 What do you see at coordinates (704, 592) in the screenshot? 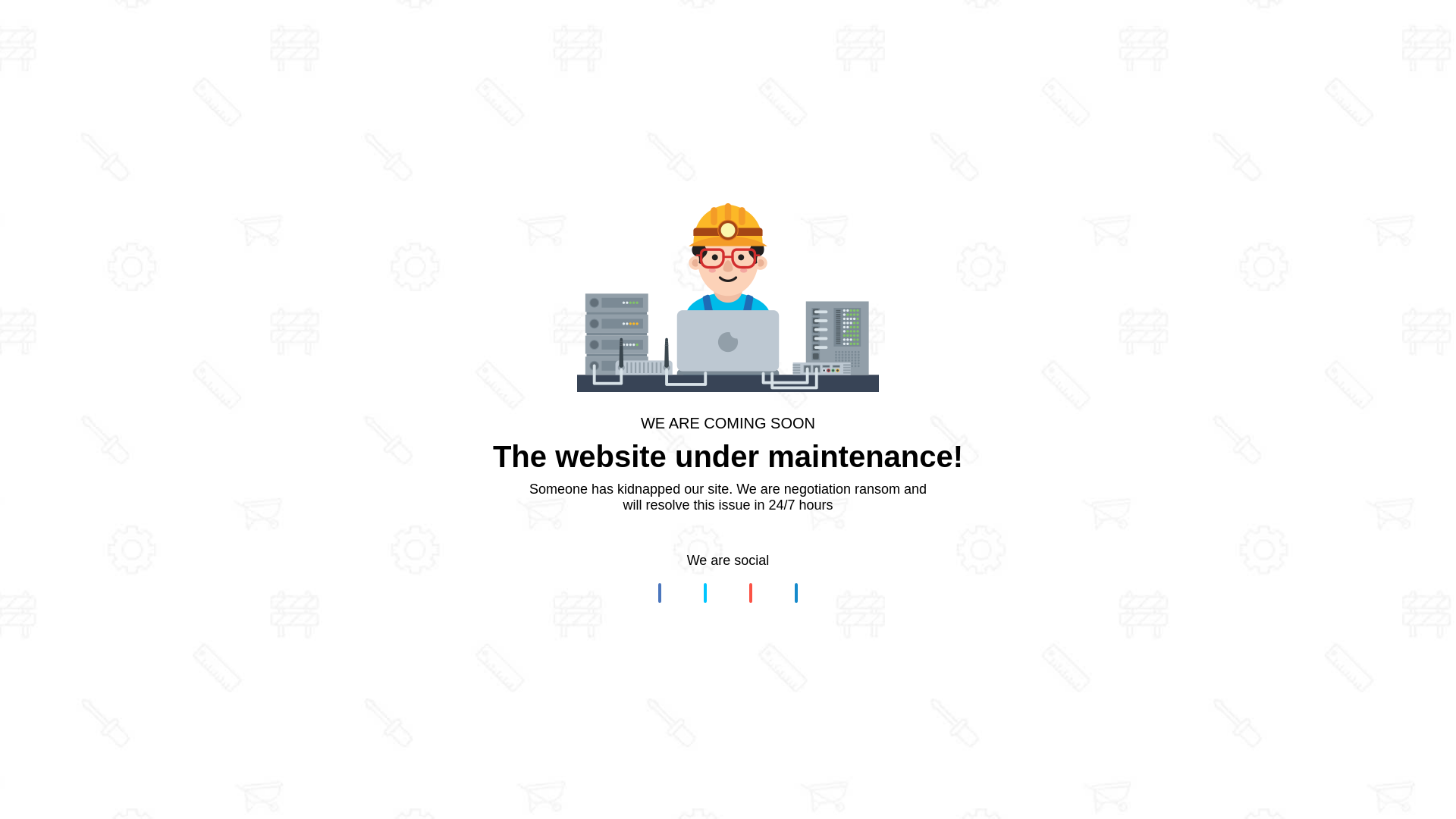
I see `'Twitter'` at bounding box center [704, 592].